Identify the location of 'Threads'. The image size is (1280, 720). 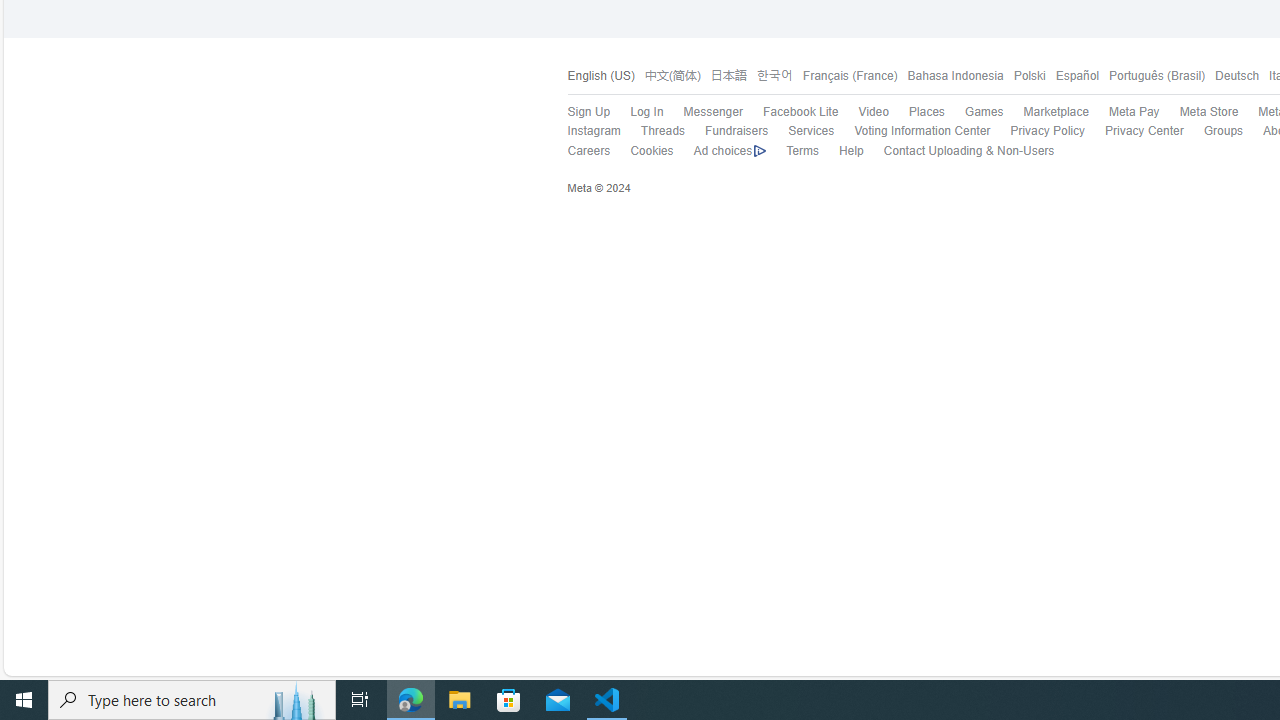
(662, 131).